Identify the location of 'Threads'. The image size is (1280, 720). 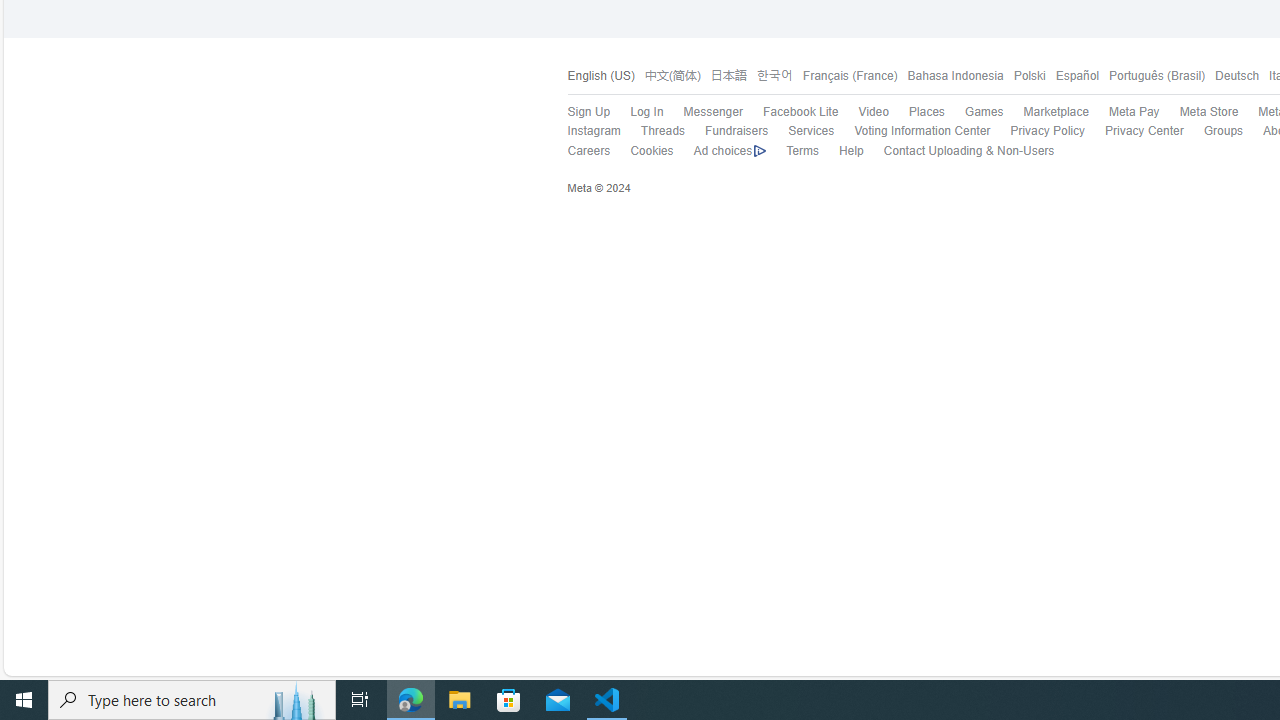
(662, 131).